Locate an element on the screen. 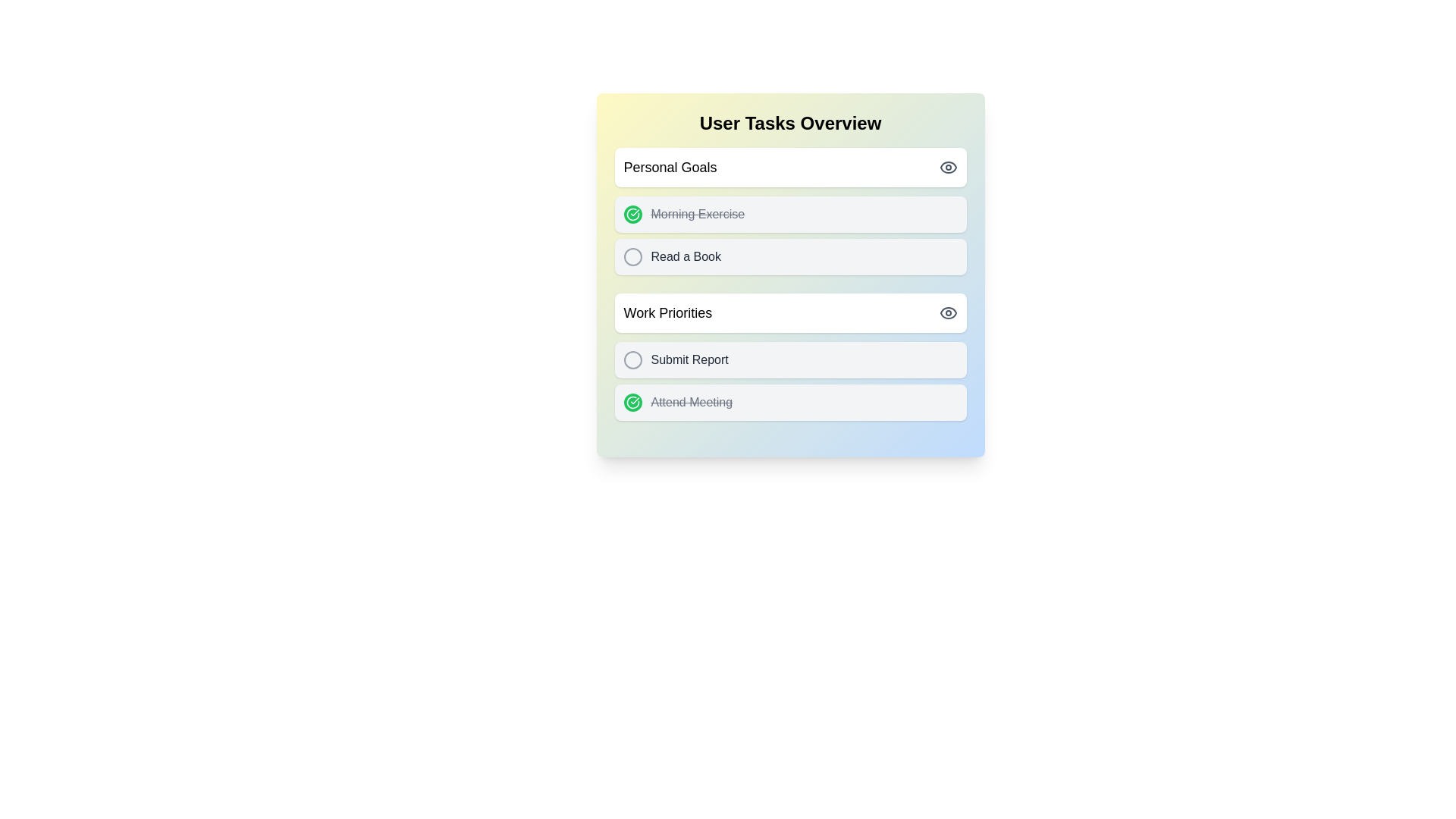 This screenshot has width=1456, height=819. the text label displaying 'Read a Book', which is dark gray and located next to a circular checkbox in the 'Personal Goals' list is located at coordinates (685, 256).